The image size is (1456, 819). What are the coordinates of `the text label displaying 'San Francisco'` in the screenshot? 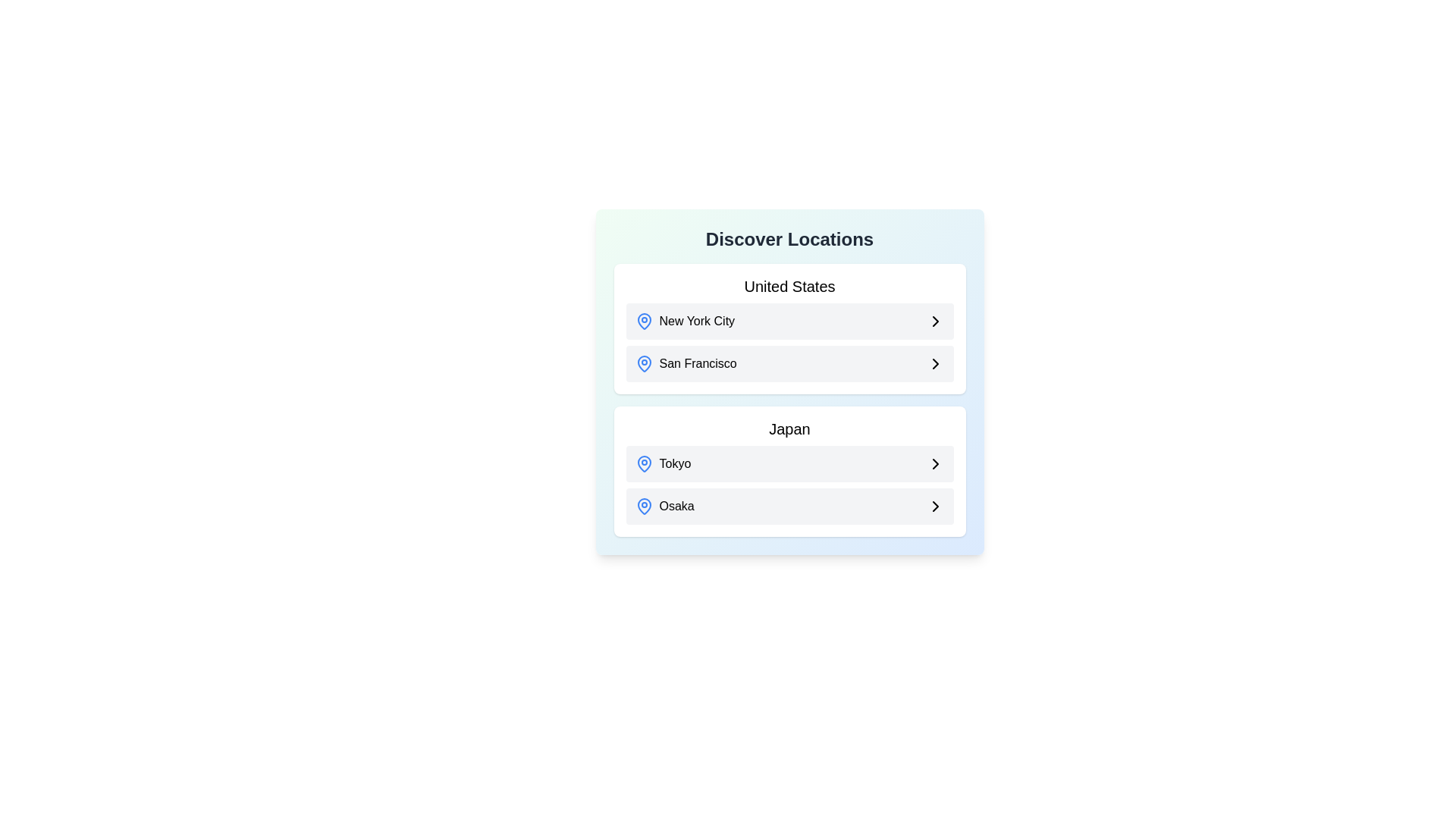 It's located at (697, 363).